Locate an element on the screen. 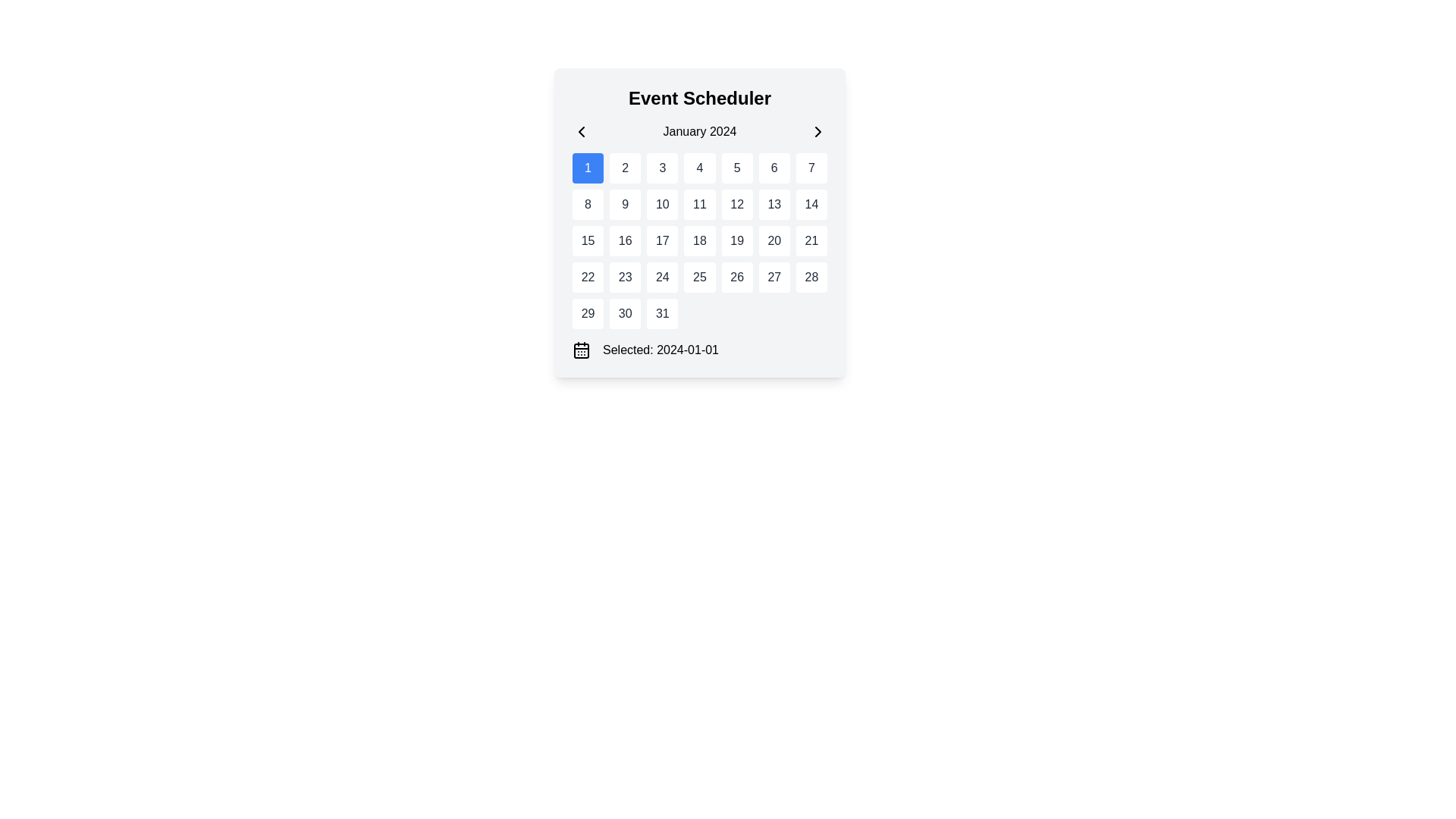 Image resolution: width=1456 pixels, height=819 pixels. the calendar button representing the 6th day of the month for keyboard navigation is located at coordinates (774, 168).